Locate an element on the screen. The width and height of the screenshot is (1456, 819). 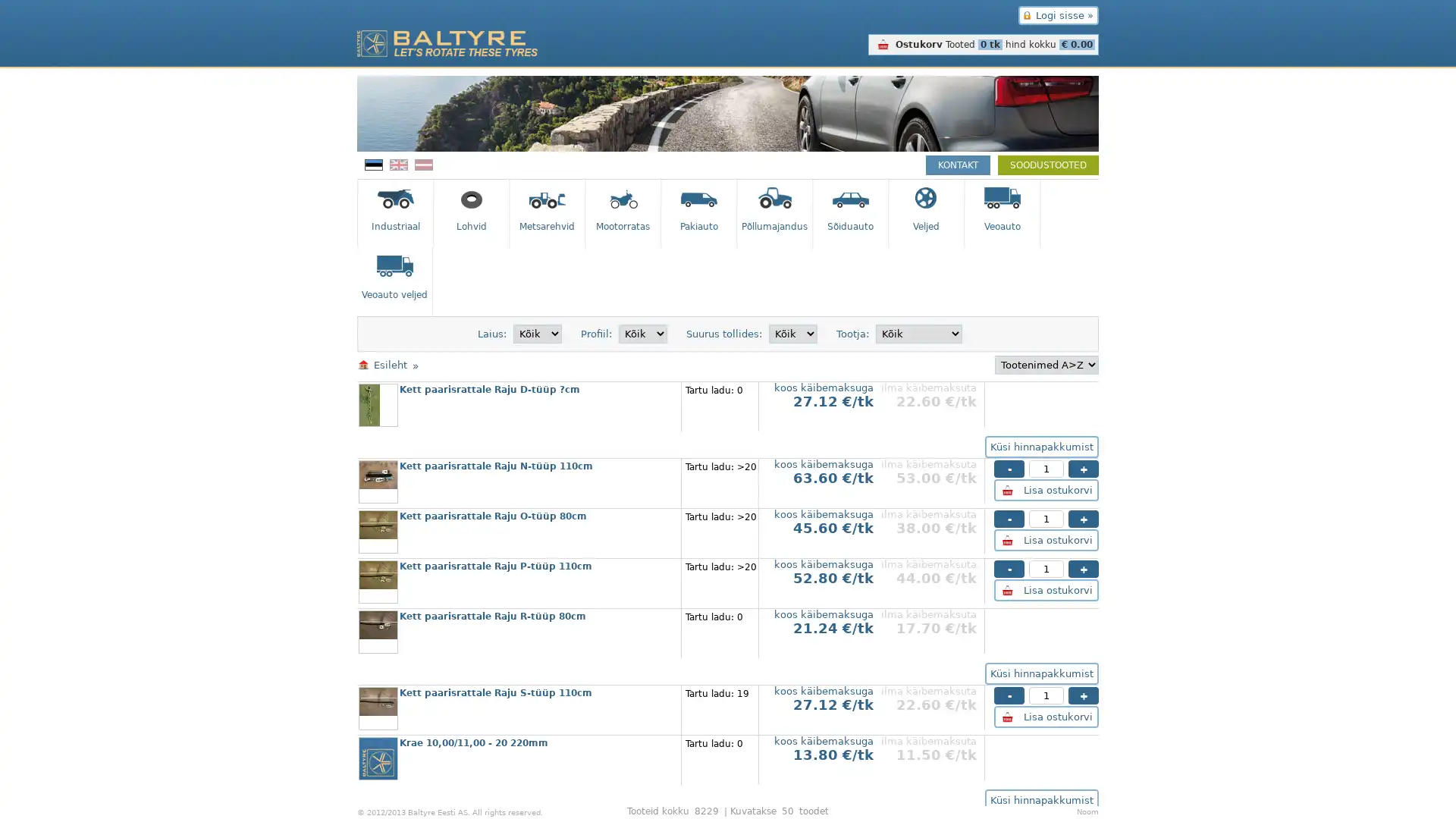
+ is located at coordinates (1083, 468).